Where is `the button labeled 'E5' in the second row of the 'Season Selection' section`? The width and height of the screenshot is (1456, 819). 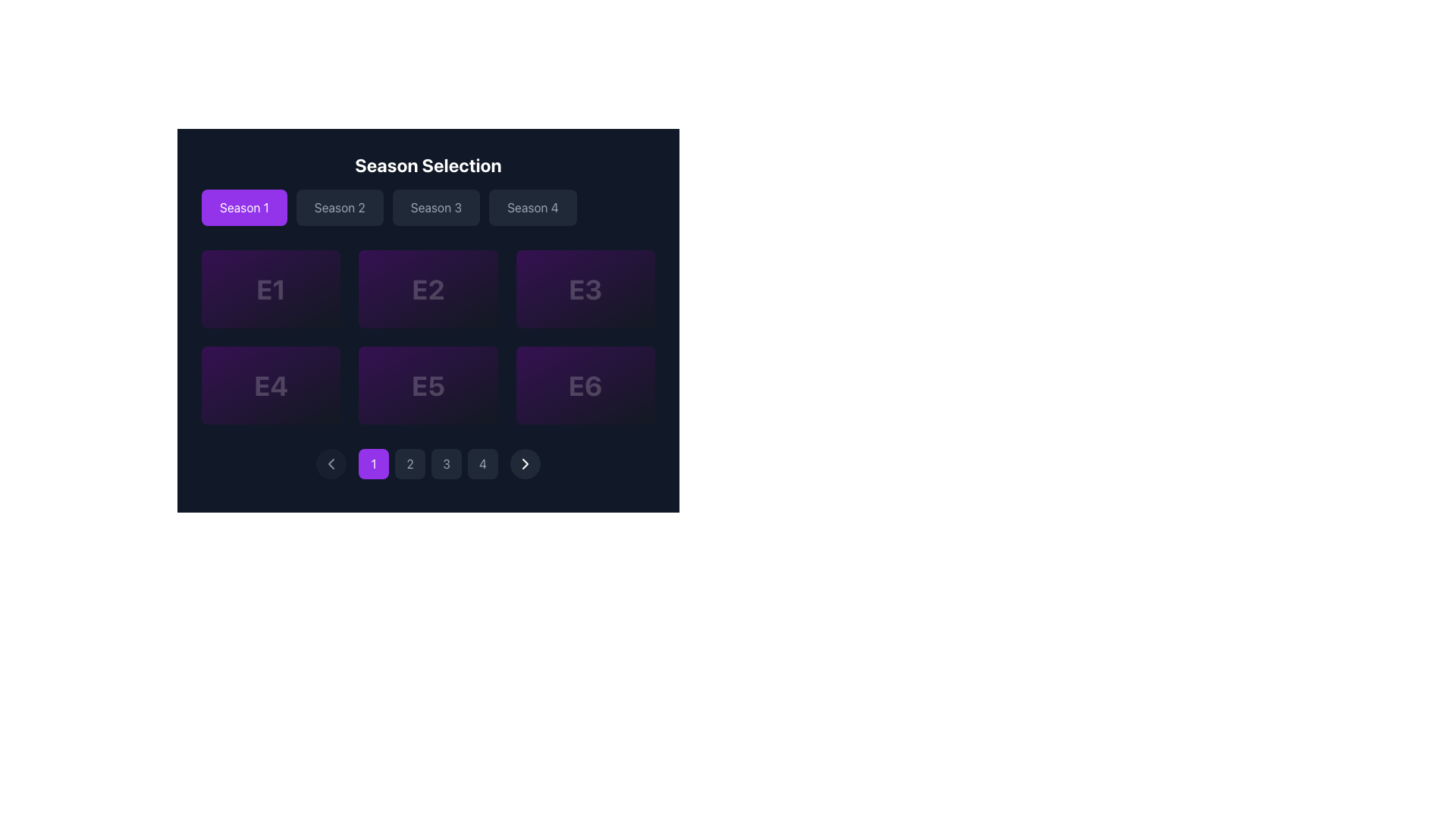 the button labeled 'E5' in the second row of the 'Season Selection' section is located at coordinates (428, 384).